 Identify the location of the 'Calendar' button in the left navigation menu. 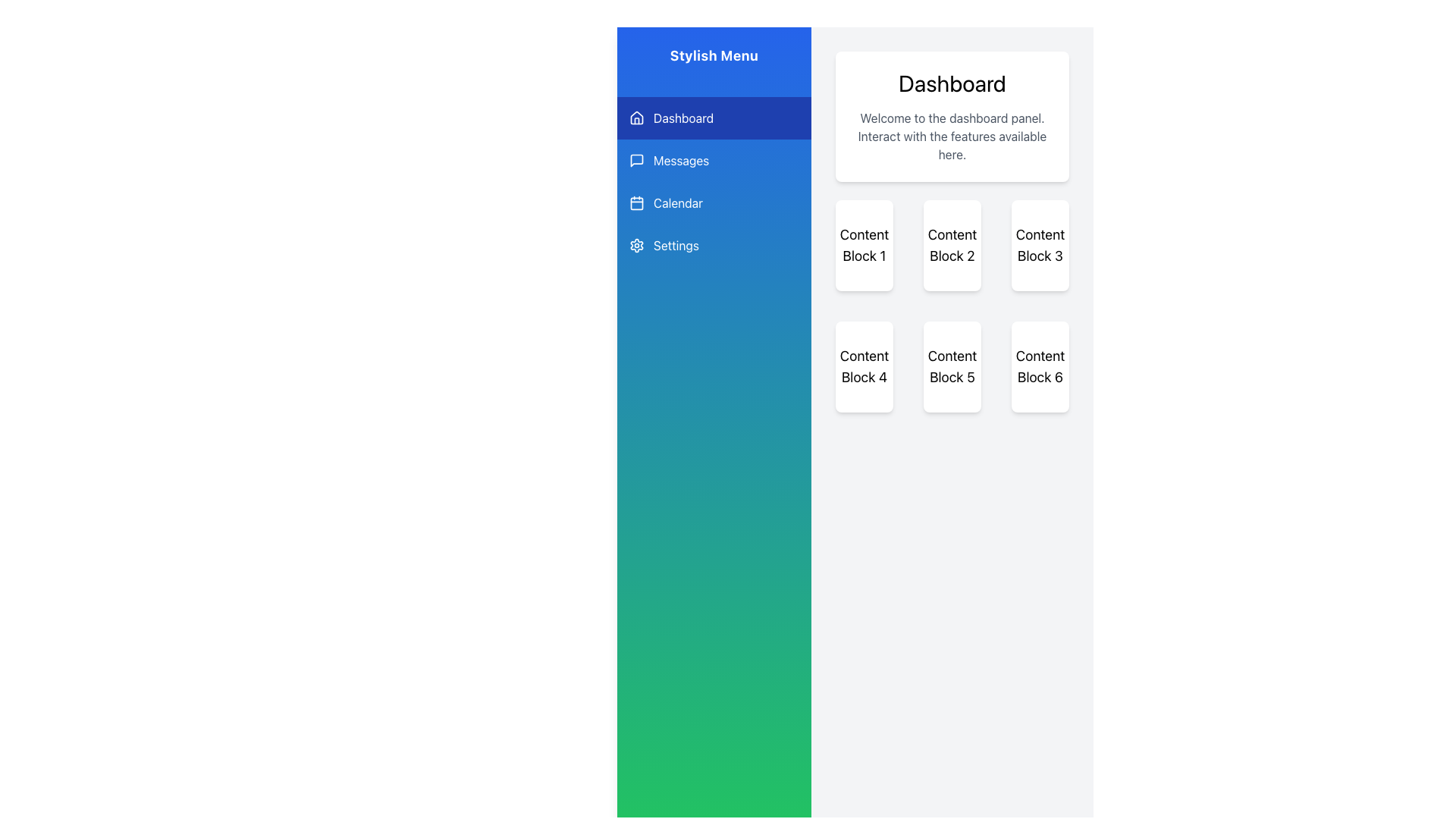
(713, 202).